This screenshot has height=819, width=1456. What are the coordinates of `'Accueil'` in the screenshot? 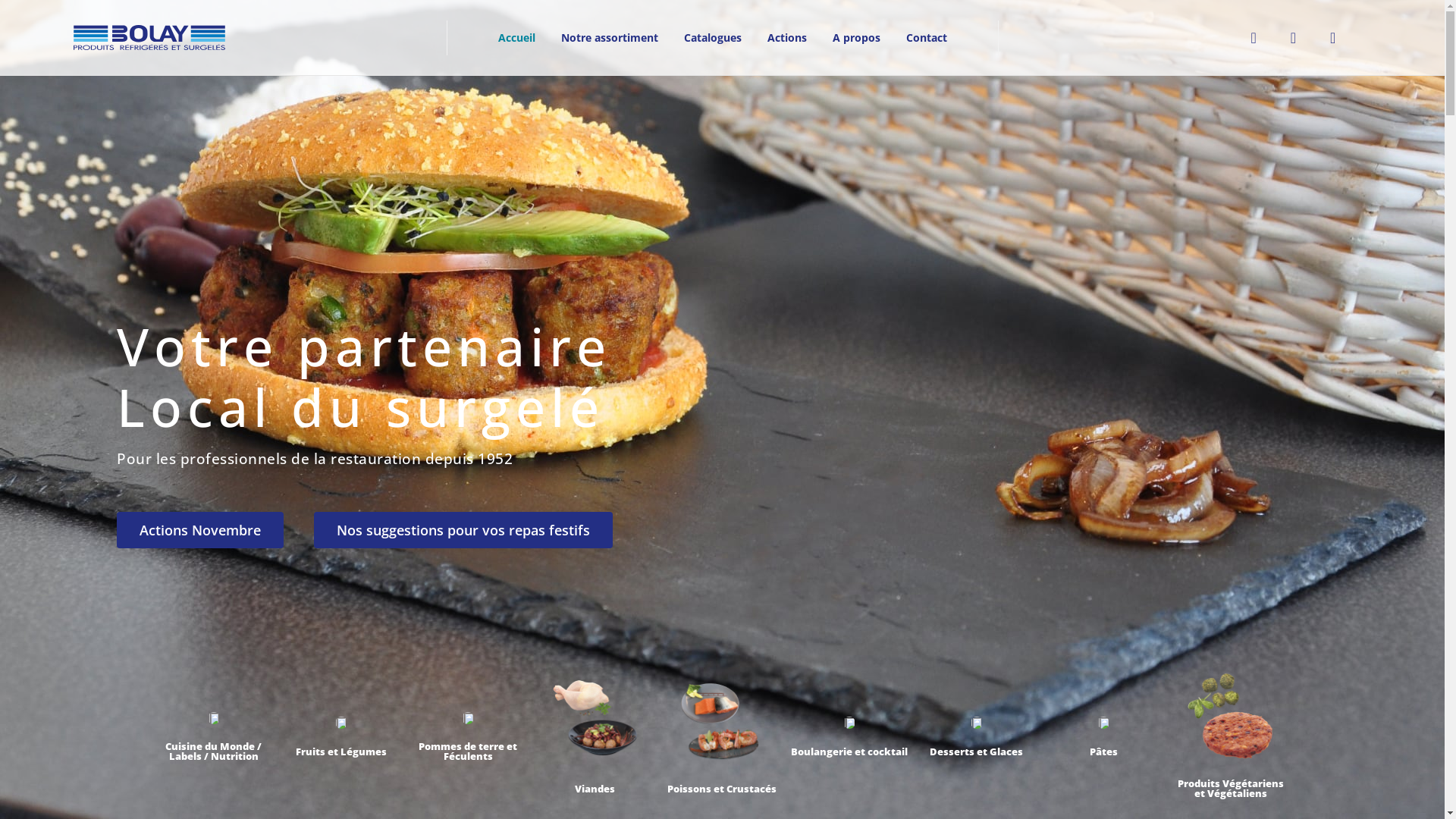 It's located at (516, 36).